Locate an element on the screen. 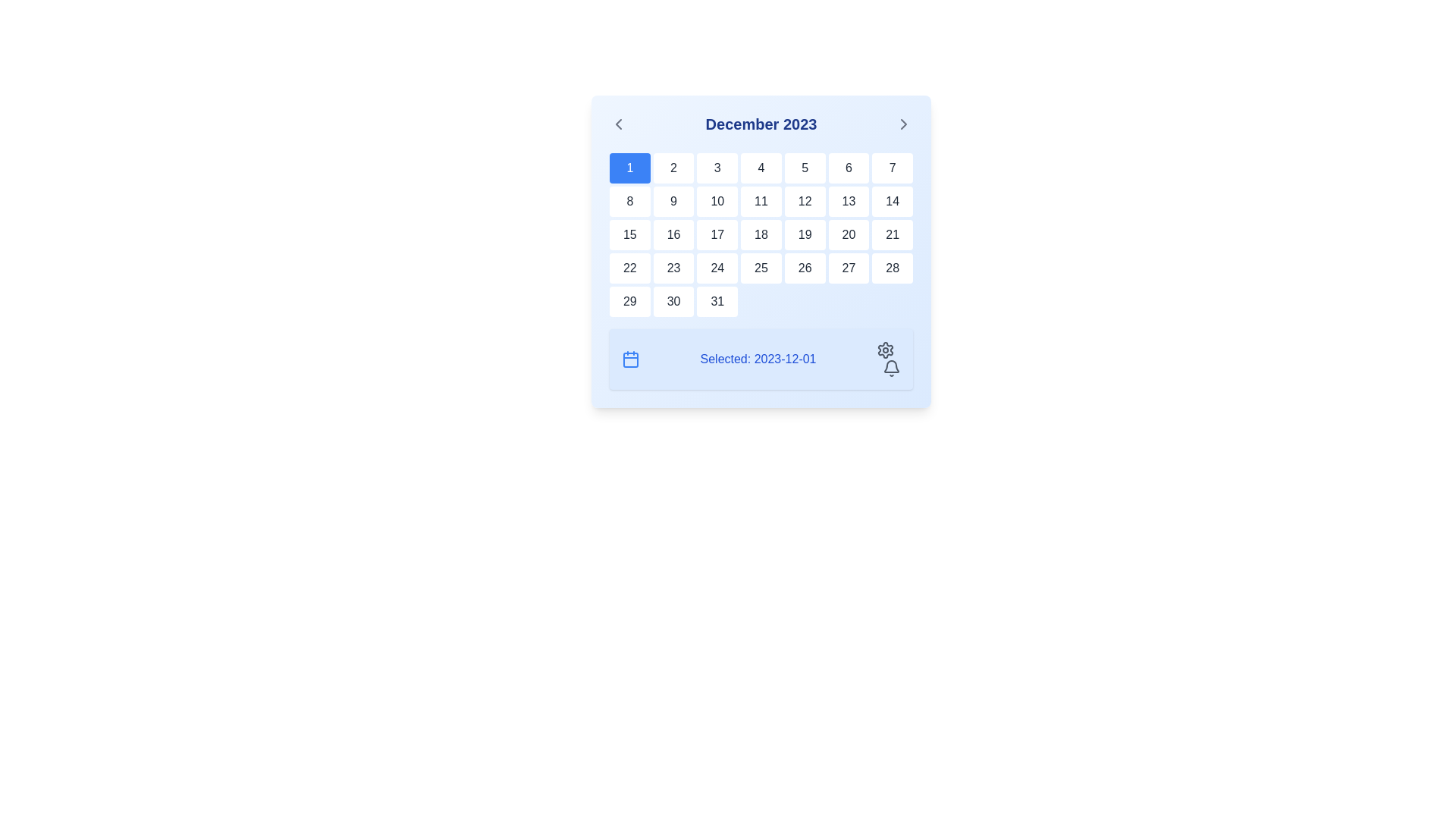 This screenshot has width=1456, height=819. the clickable calendar day button representing the date '12' for keyboard navigation is located at coordinates (804, 201).